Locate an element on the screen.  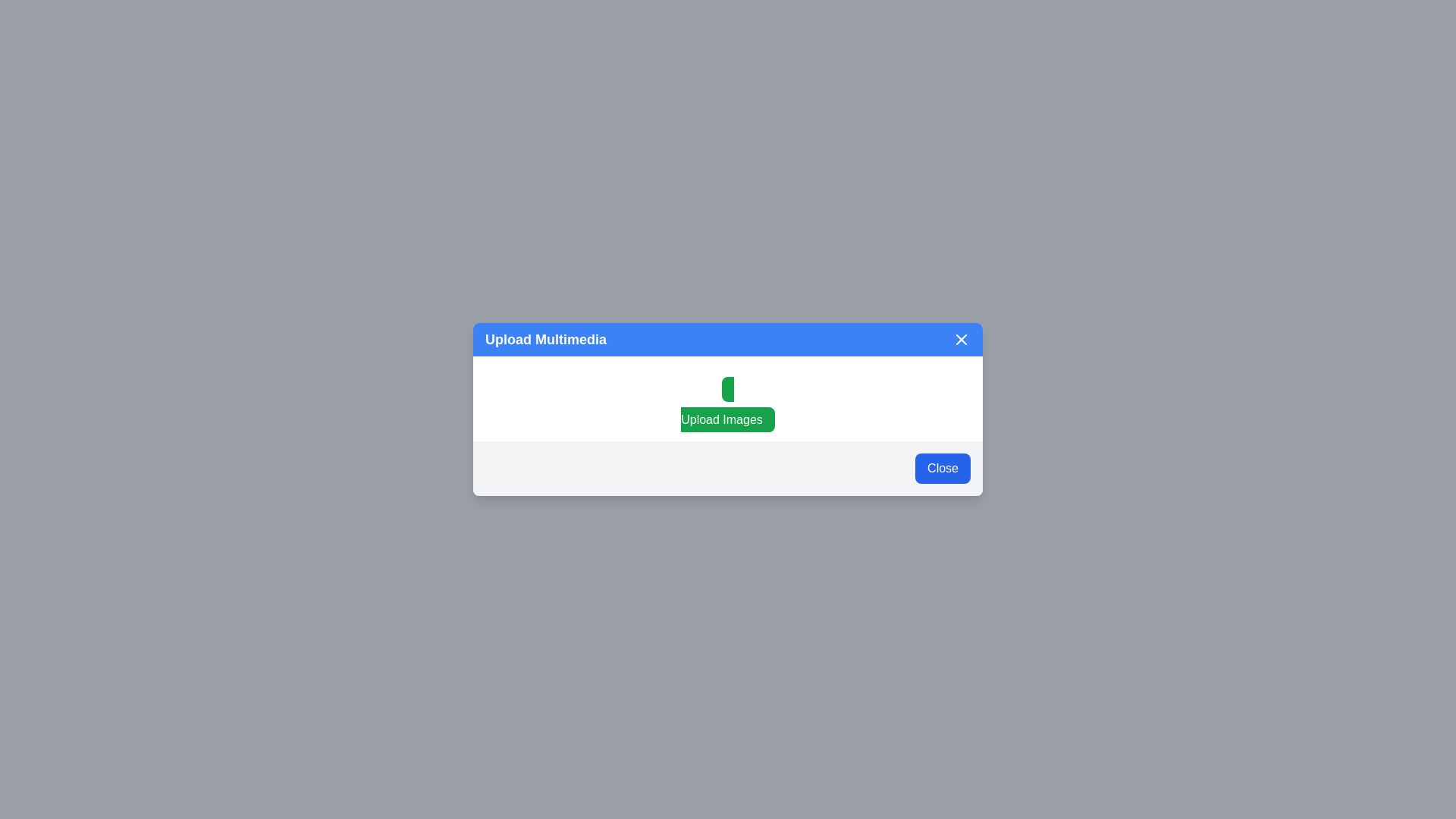
the upload button with an associated upload icon located in the middle section of the 'Upload Multimedia' modal dialog is located at coordinates (728, 397).